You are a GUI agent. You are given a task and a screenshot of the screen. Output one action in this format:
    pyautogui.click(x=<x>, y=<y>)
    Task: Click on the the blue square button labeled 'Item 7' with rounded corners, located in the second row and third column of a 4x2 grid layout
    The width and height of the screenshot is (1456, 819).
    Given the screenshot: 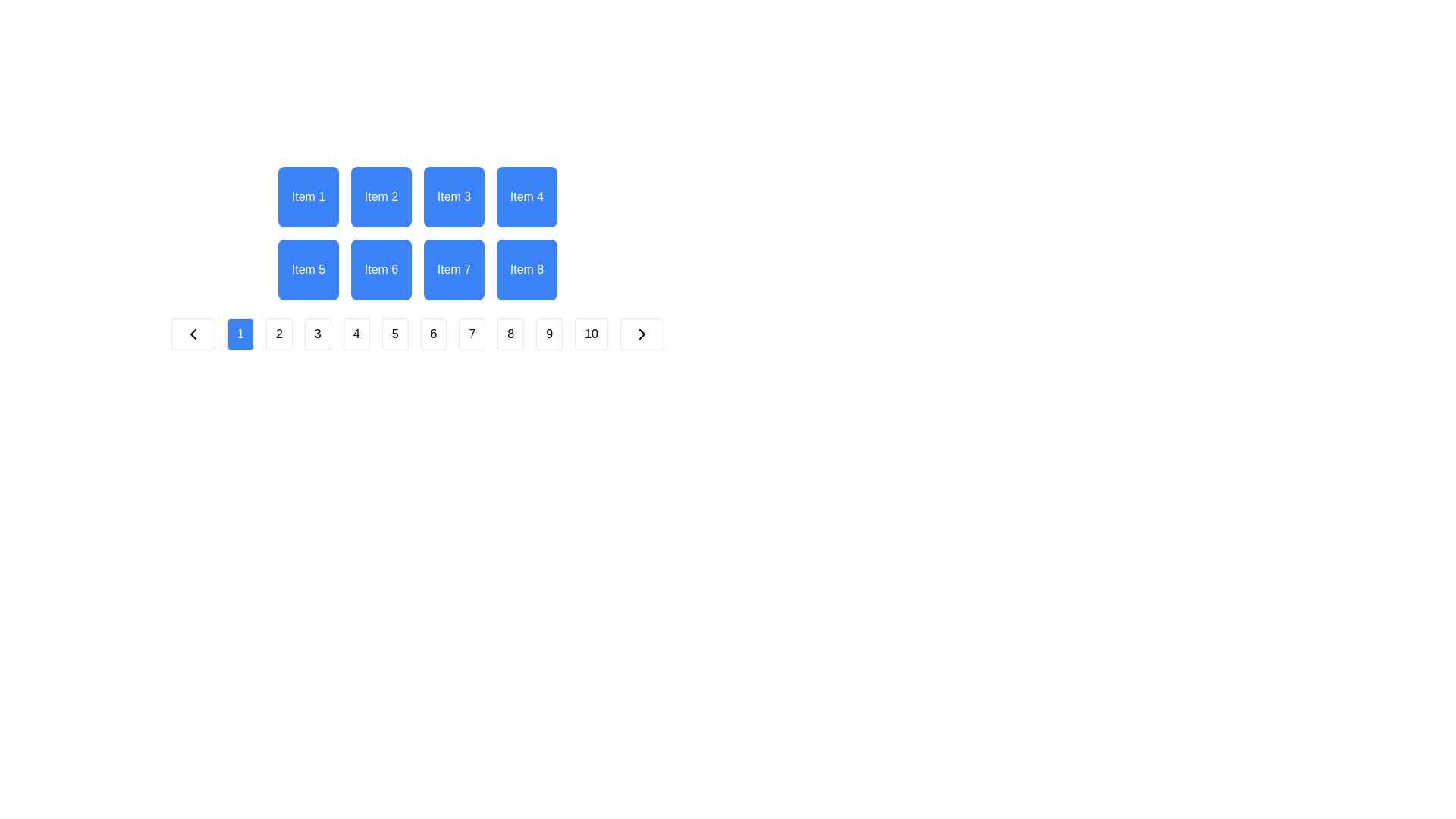 What is the action you would take?
    pyautogui.click(x=453, y=268)
    